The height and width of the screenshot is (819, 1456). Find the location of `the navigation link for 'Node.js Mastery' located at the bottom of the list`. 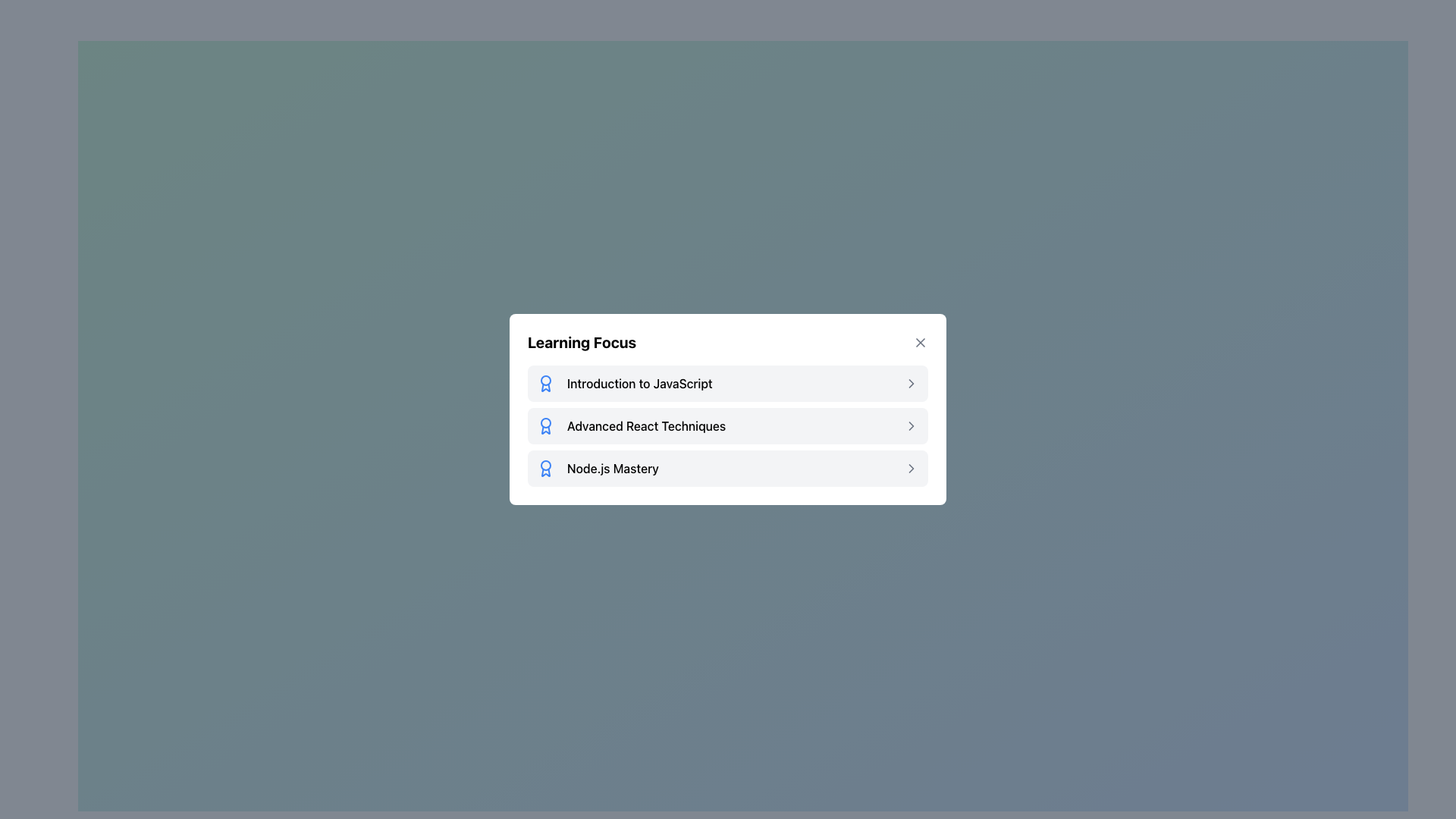

the navigation link for 'Node.js Mastery' located at the bottom of the list is located at coordinates (728, 467).